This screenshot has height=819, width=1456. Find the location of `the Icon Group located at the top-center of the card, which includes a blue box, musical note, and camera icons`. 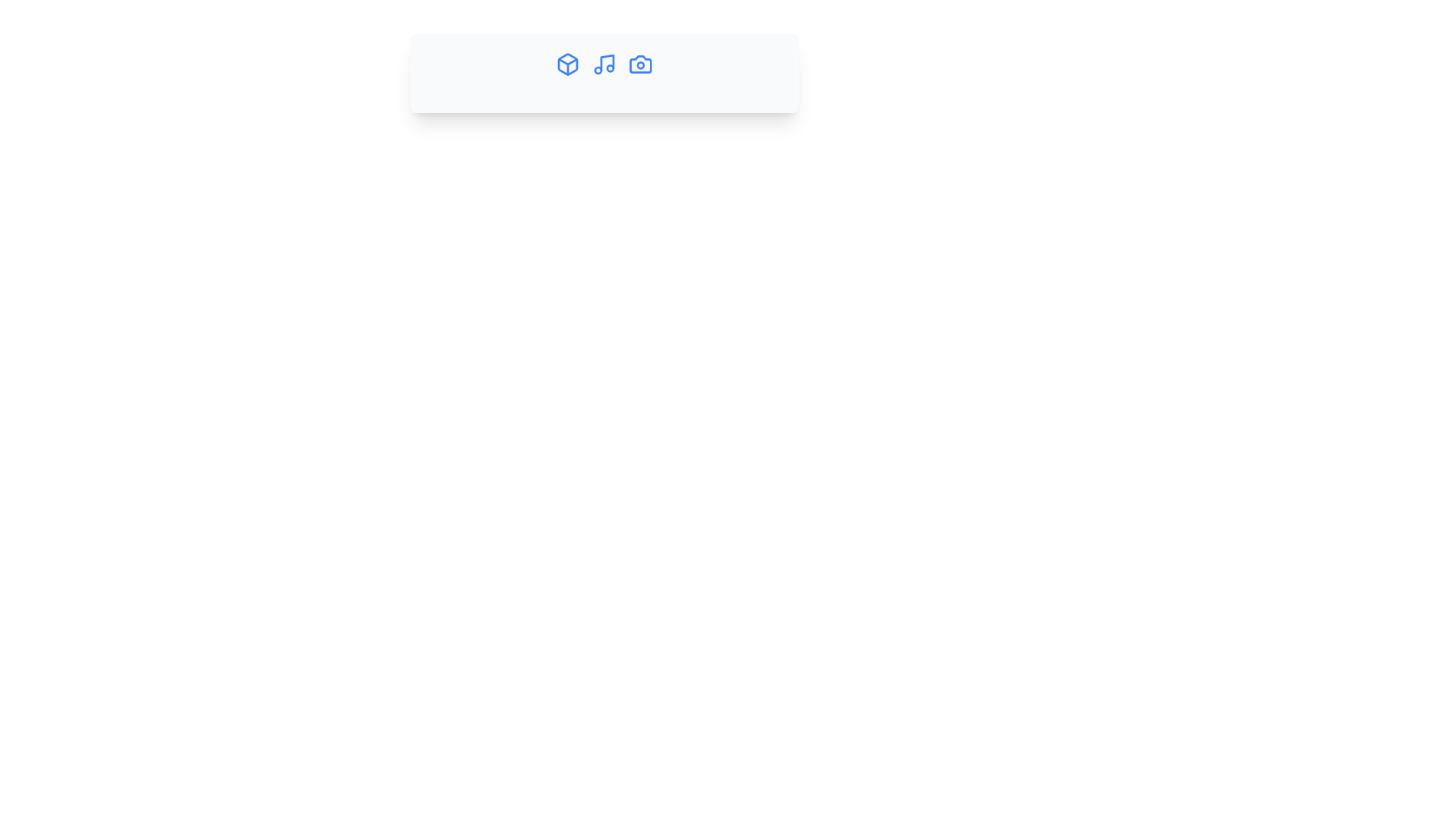

the Icon Group located at the top-center of the card, which includes a blue box, musical note, and camera icons is located at coordinates (603, 63).